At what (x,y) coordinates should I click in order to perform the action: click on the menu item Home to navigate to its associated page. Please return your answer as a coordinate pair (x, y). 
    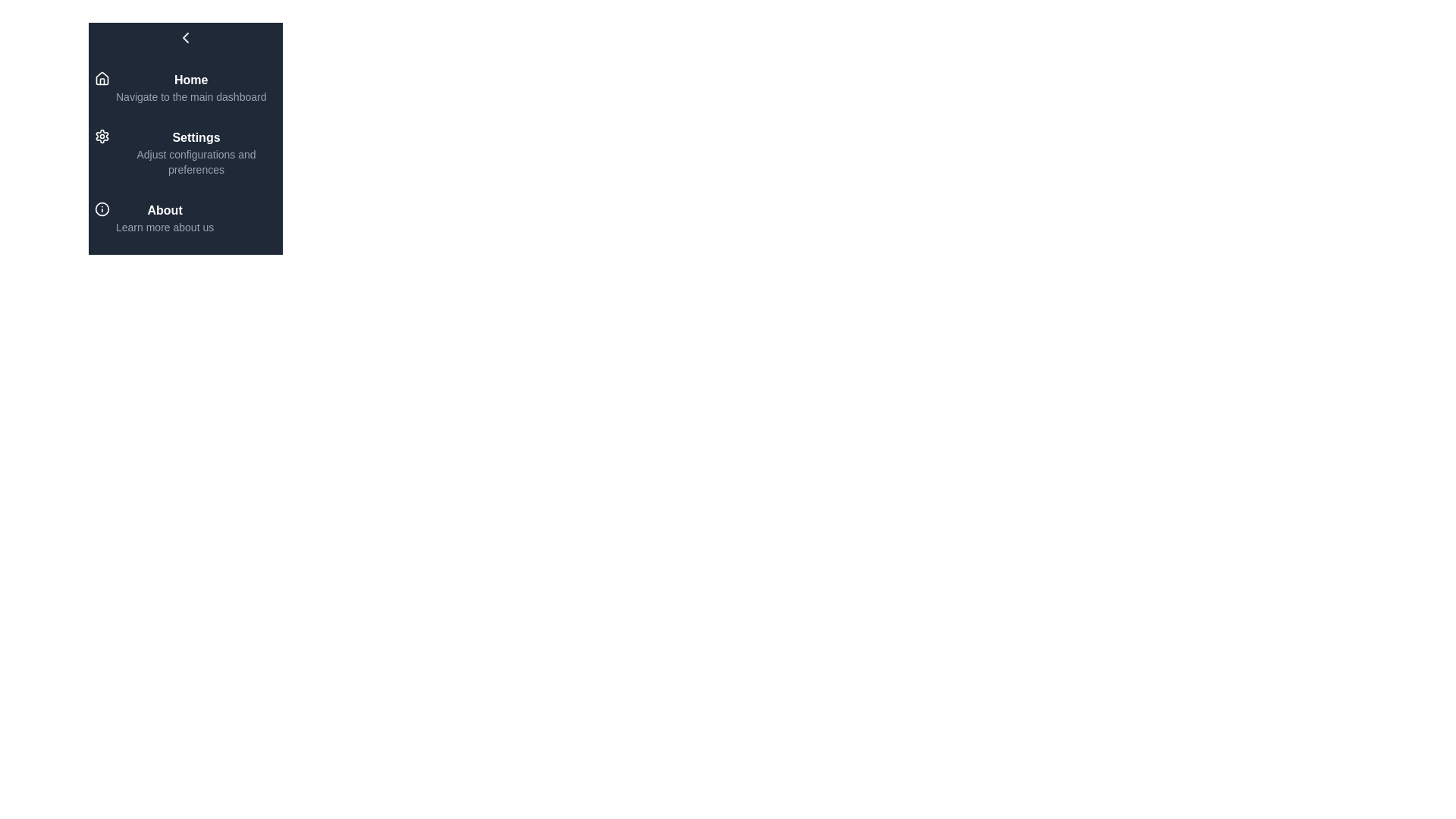
    Looking at the image, I should click on (184, 87).